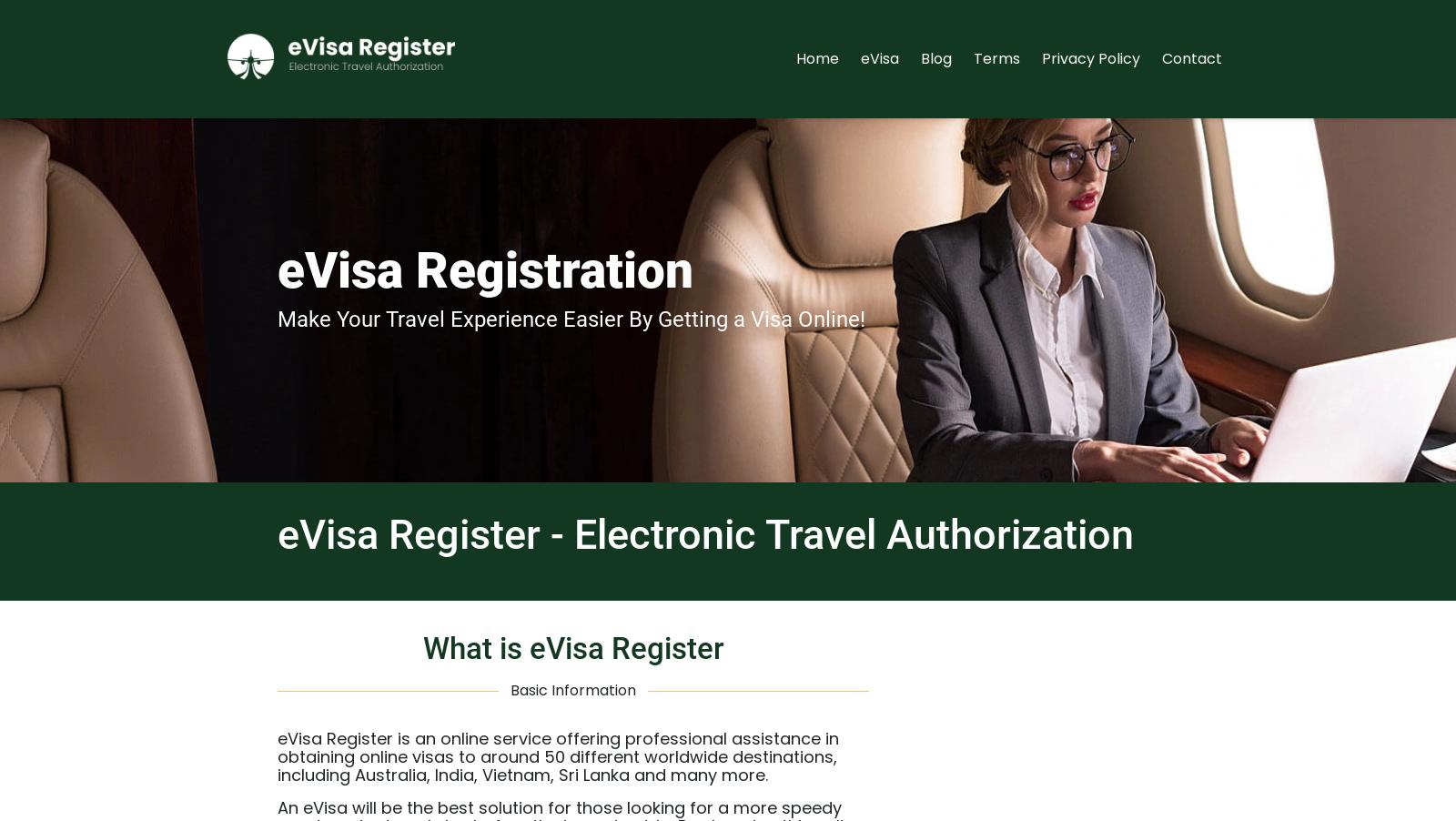 This screenshot has width=1456, height=821. I want to click on 'UAE eVisa', so click(1067, 388).